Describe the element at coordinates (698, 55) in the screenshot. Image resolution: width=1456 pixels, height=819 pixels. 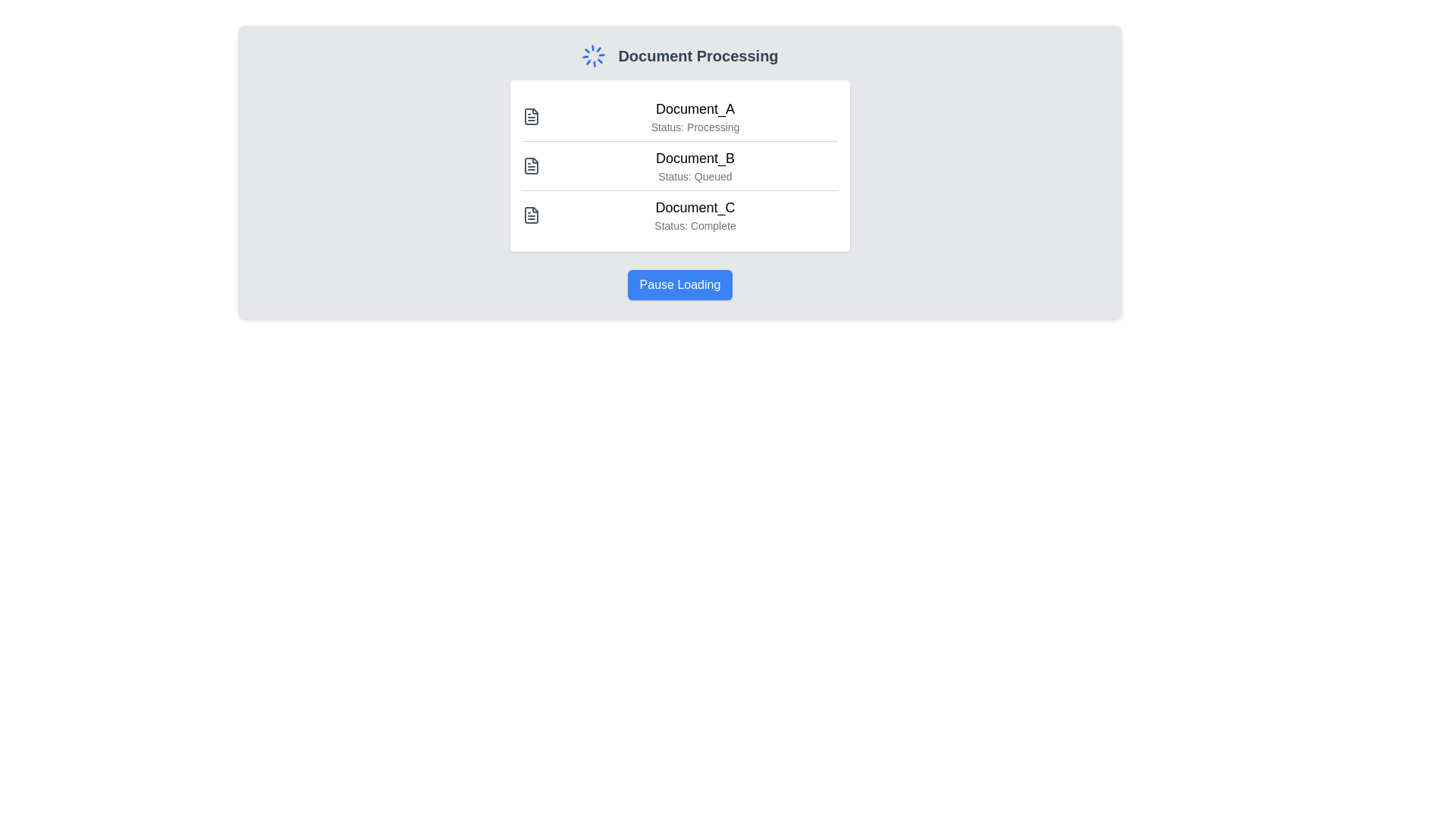
I see `the static text element titled 'Document Processing', which is bold, large, and gray in color, located next to an animated spinning icon` at that location.